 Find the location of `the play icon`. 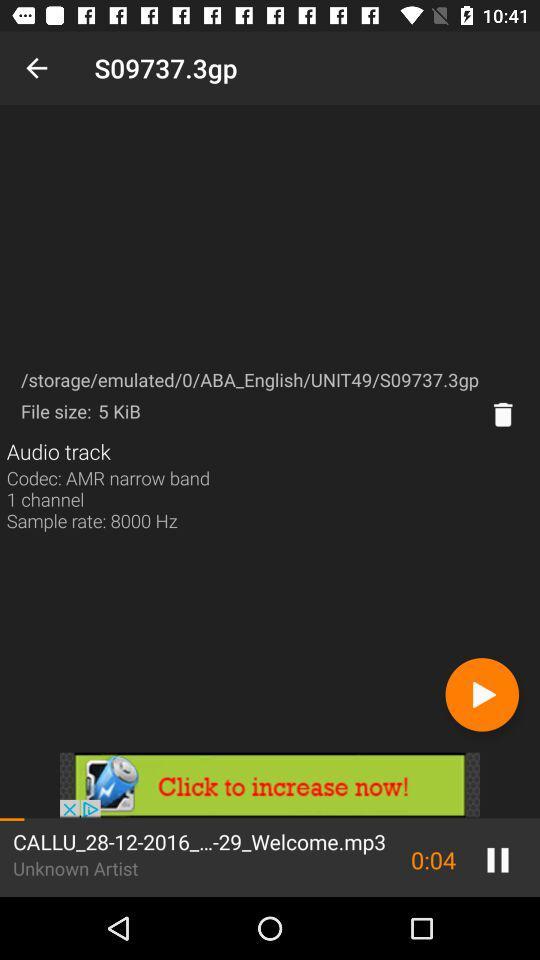

the play icon is located at coordinates (481, 694).